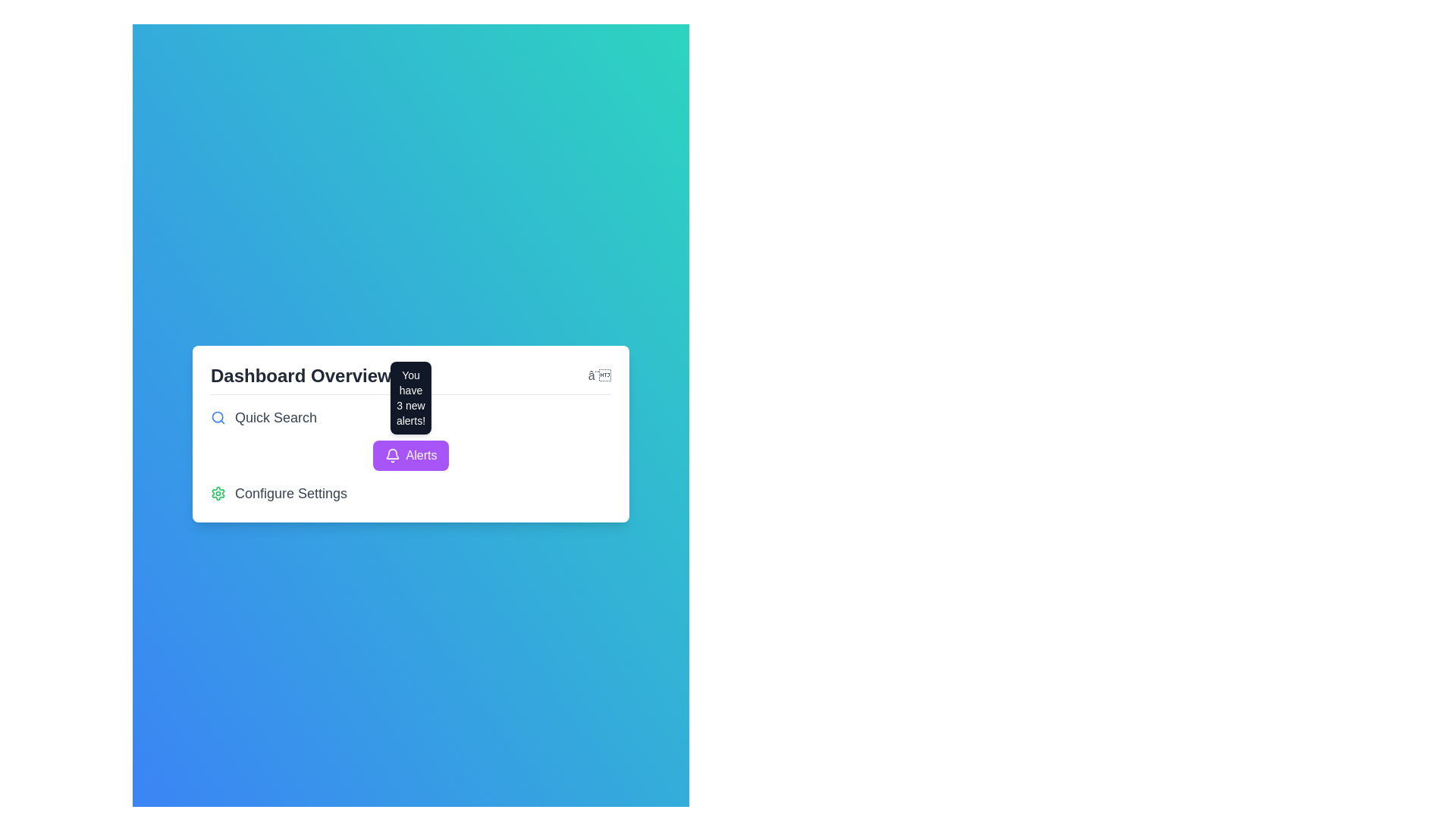 The height and width of the screenshot is (819, 1456). Describe the element at coordinates (218, 493) in the screenshot. I see `the green gear icon that signifies settings` at that location.